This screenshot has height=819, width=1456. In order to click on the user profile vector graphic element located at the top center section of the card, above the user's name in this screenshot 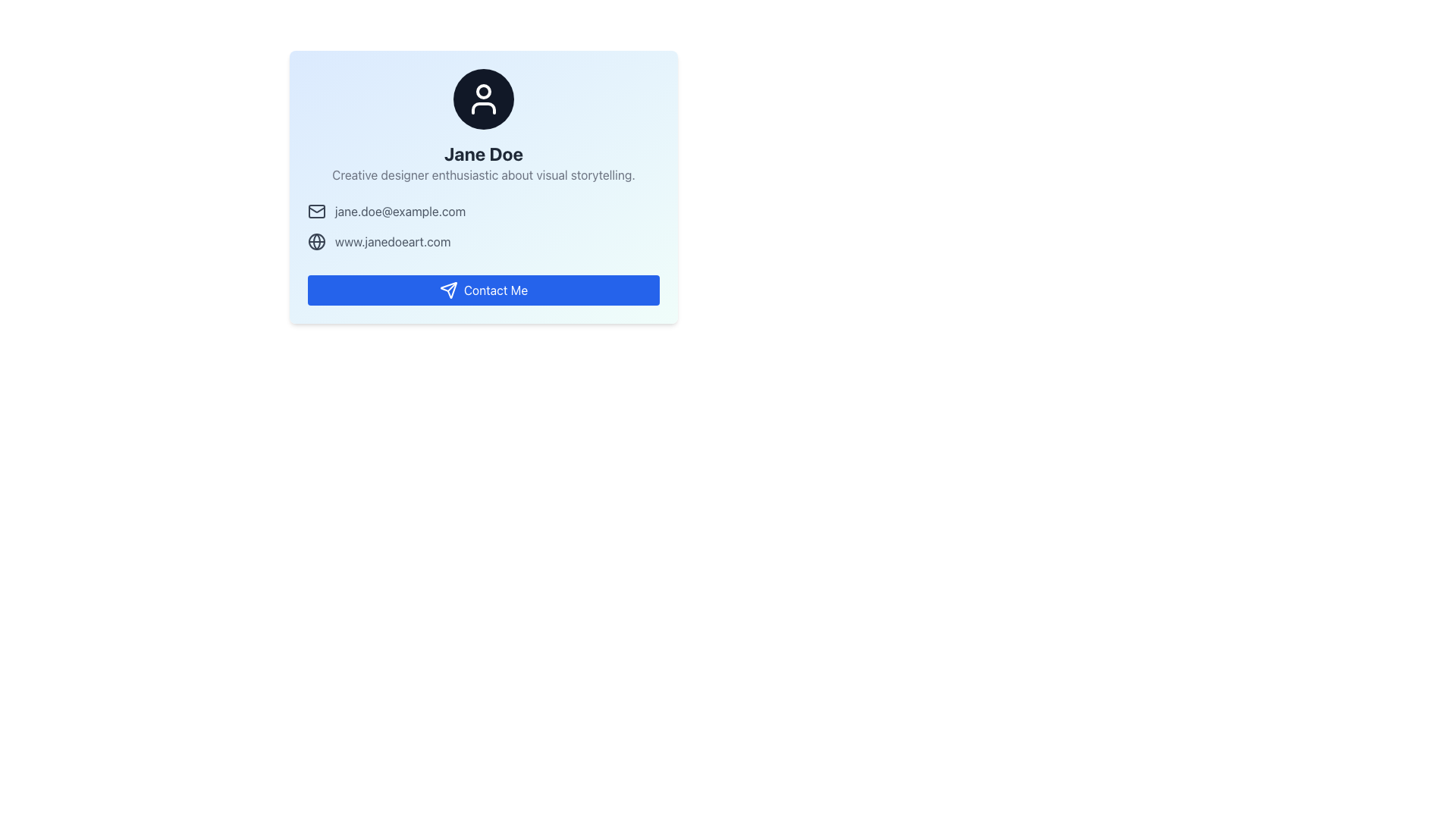, I will do `click(483, 107)`.